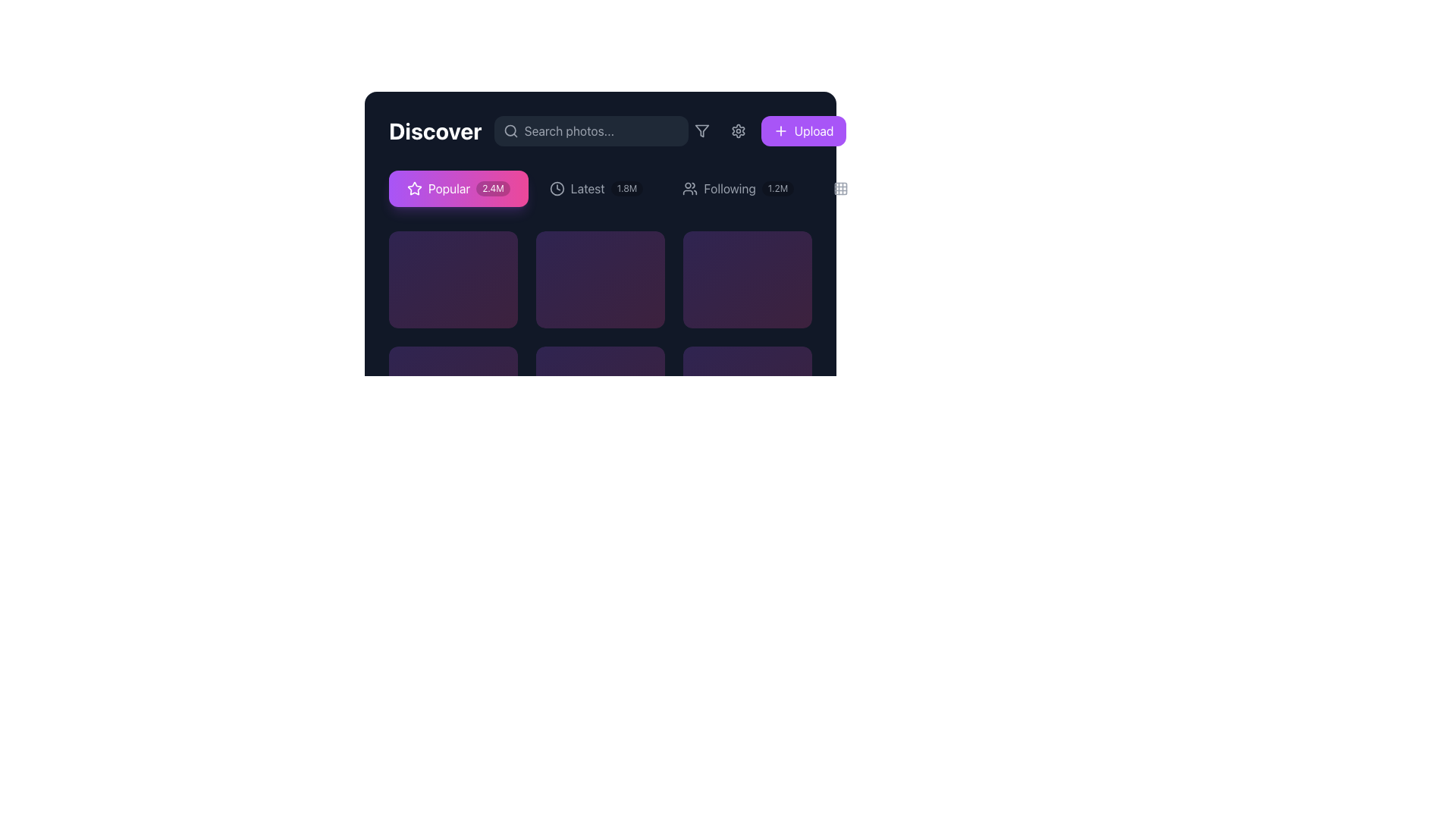 Image resolution: width=1456 pixels, height=819 pixels. Describe the element at coordinates (448, 188) in the screenshot. I see `the button labeled 'Popular' which indicates its popularity selection functionality, located to the right of a star-shaped icon and left of the text '2.4M'` at that location.